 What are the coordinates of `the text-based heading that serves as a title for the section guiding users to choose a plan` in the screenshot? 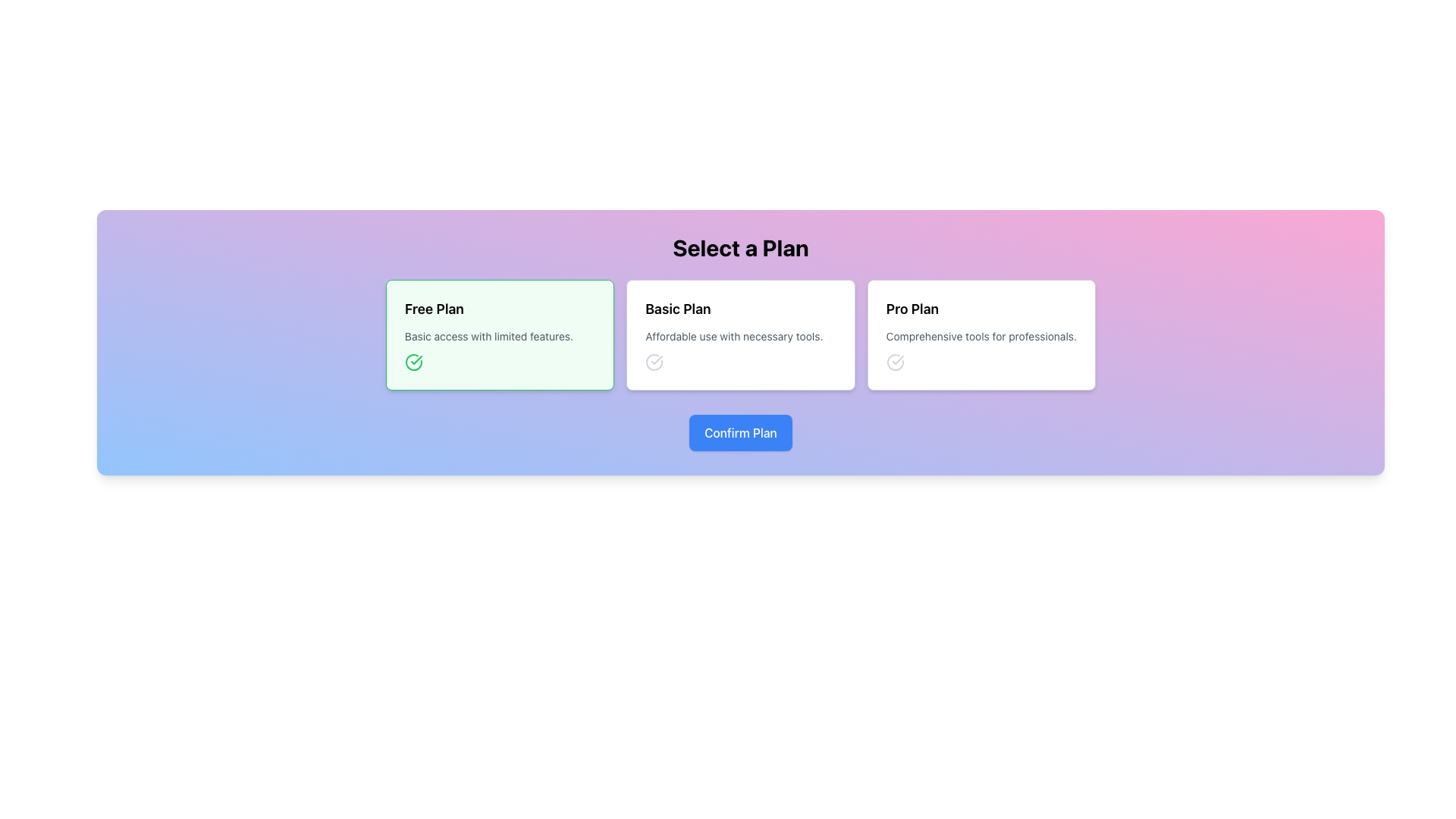 It's located at (741, 247).